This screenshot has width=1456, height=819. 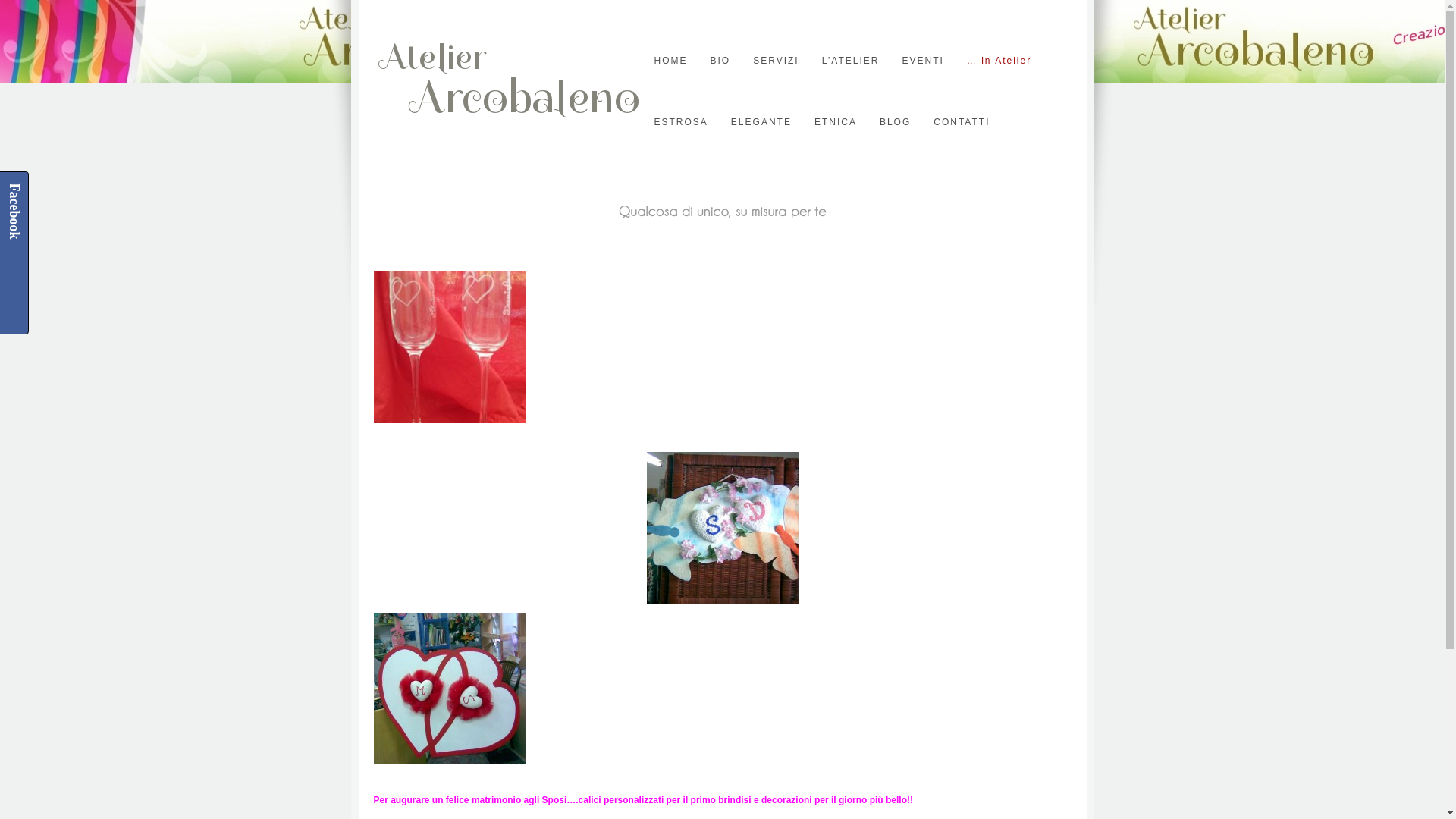 What do you see at coordinates (679, 121) in the screenshot?
I see `'ESTROSA'` at bounding box center [679, 121].